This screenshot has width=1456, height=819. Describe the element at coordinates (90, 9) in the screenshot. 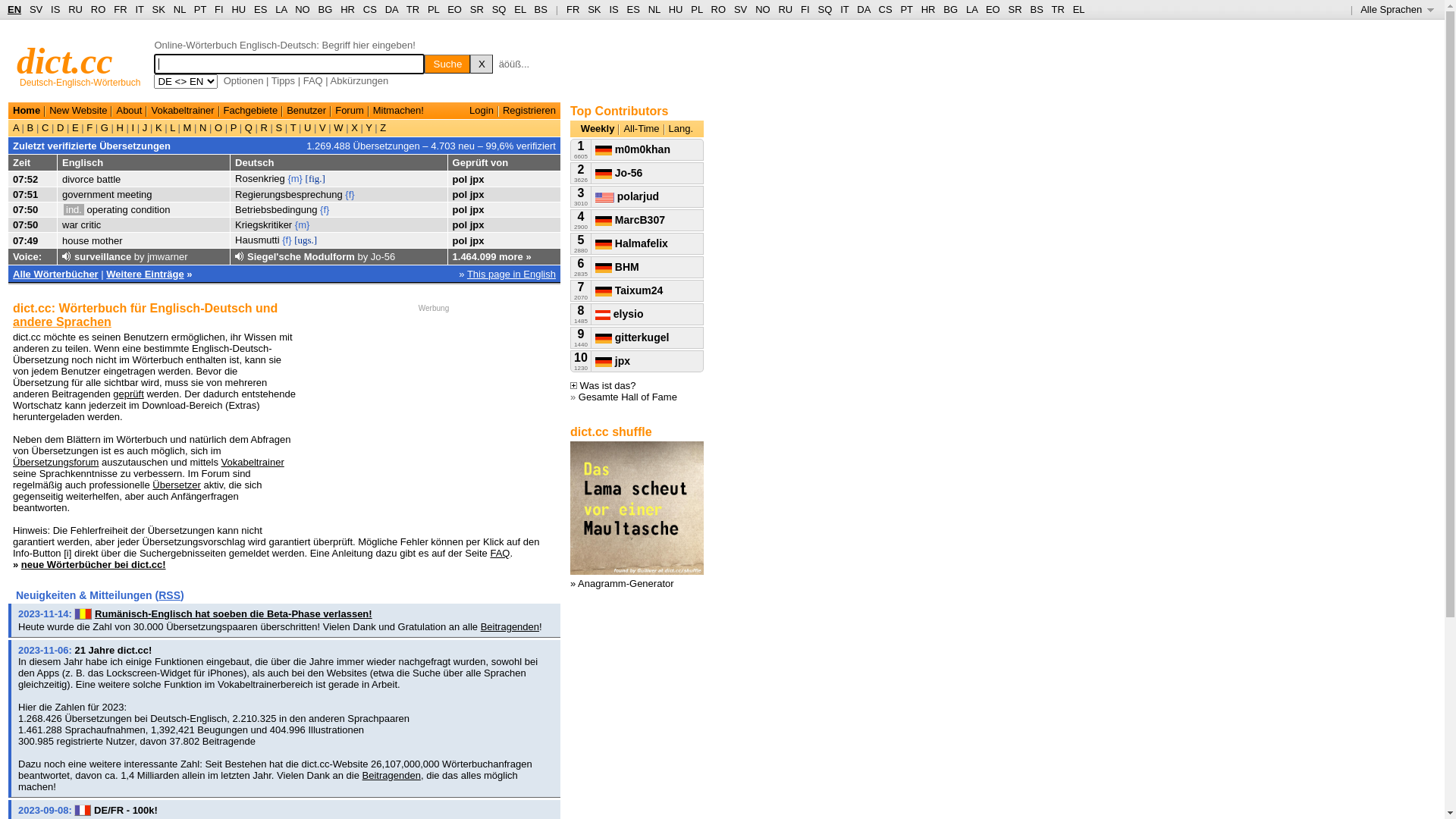

I see `'RO'` at that location.